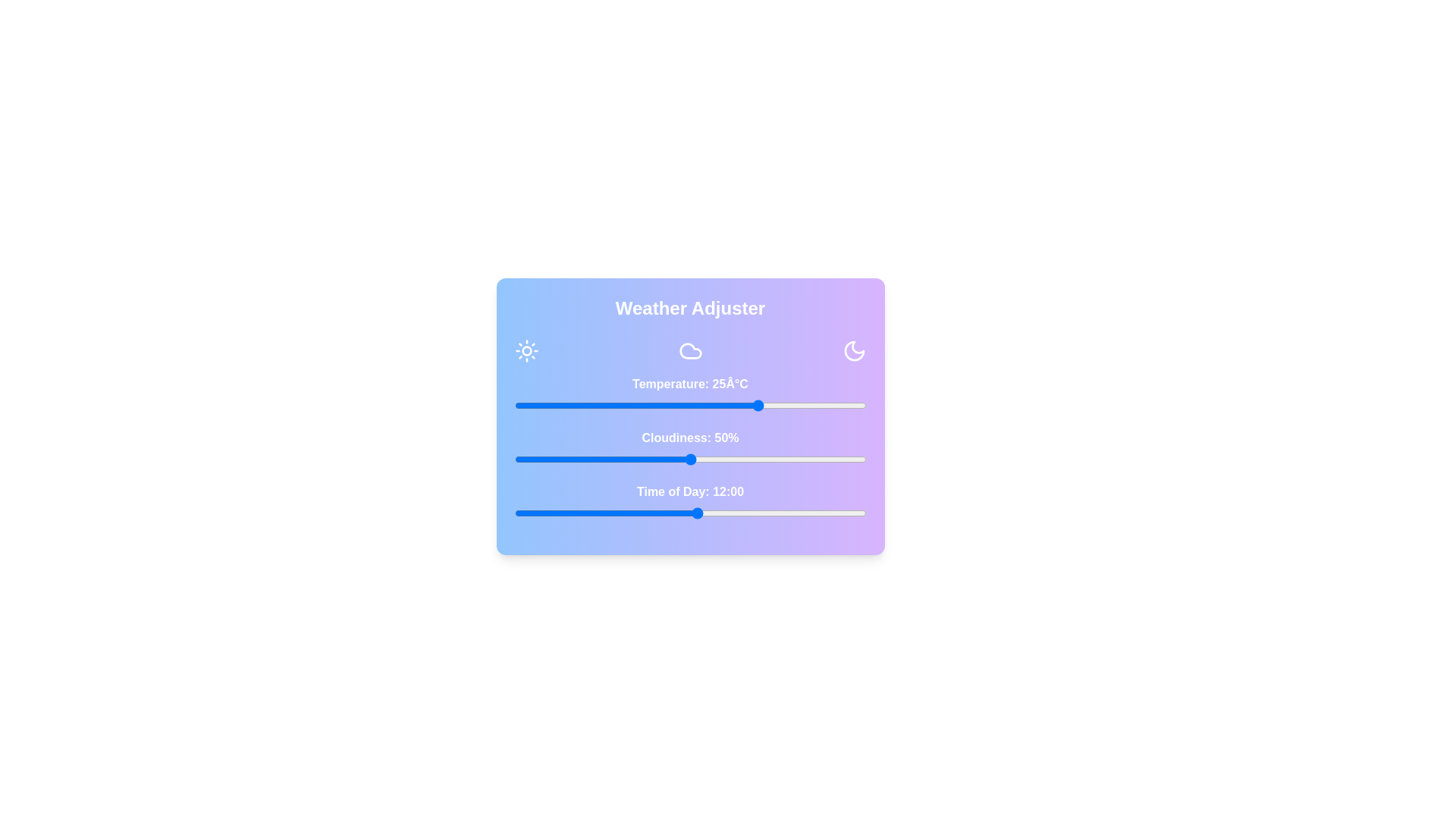 The image size is (1456, 819). What do you see at coordinates (605, 458) in the screenshot?
I see `the cloudiness level` at bounding box center [605, 458].